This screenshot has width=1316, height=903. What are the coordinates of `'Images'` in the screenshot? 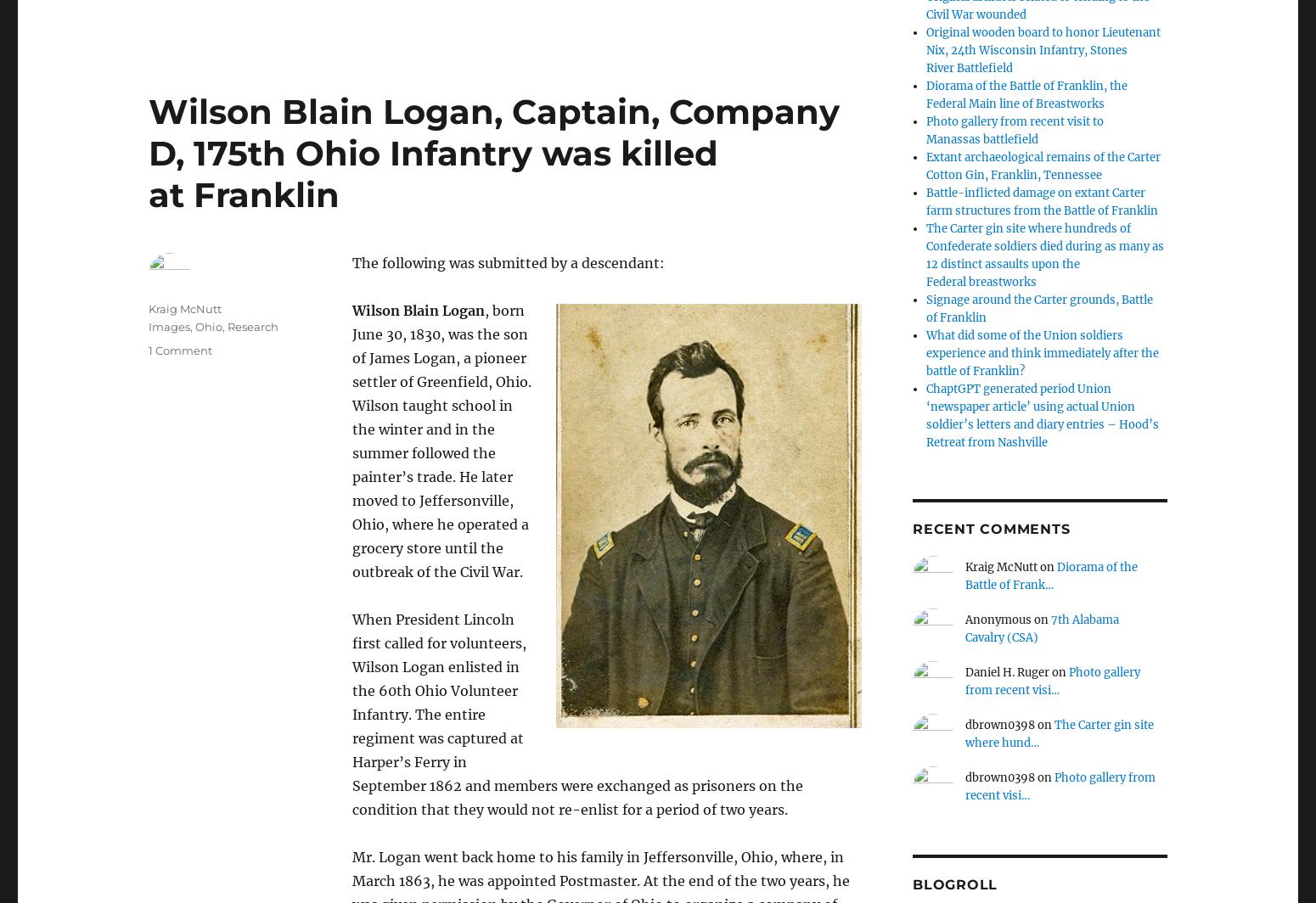 It's located at (168, 325).